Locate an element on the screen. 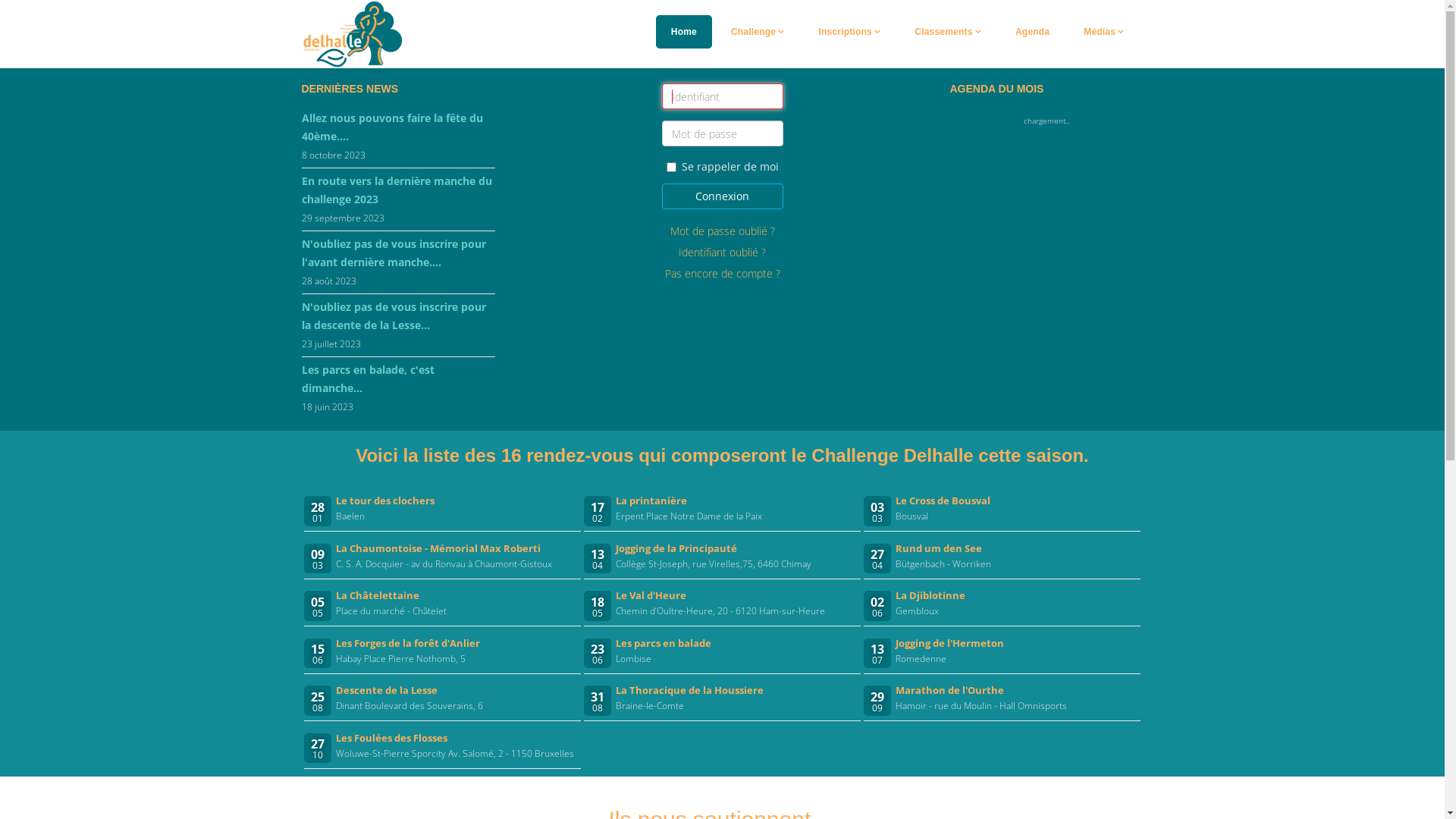 The image size is (1456, 819). 'Inscriptions' is located at coordinates (850, 32).